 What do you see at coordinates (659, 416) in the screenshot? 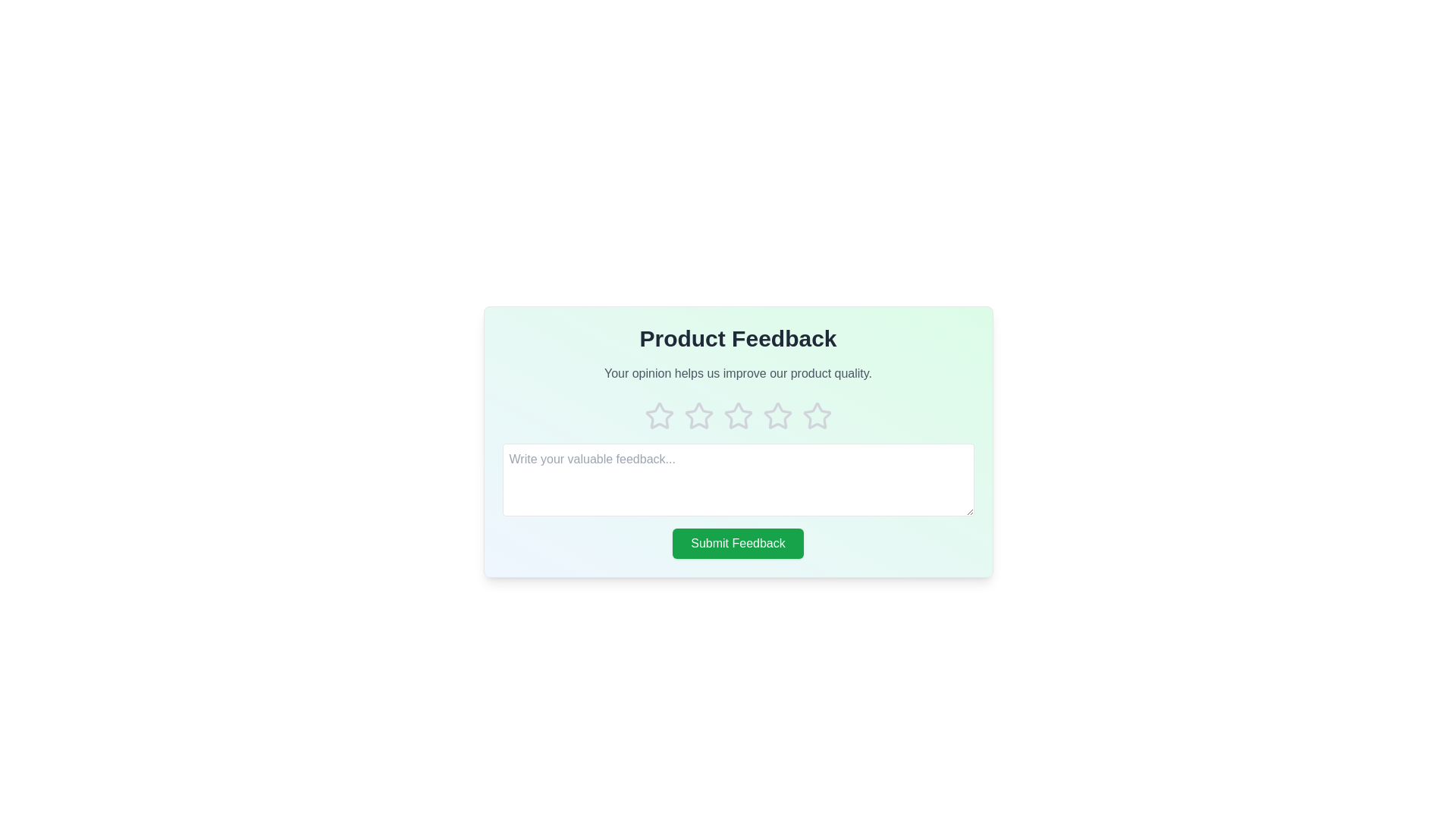
I see `the first star icon in the rating option section, which is styled with a light gray color and has a hollow center, located below the feedback prompt` at bounding box center [659, 416].